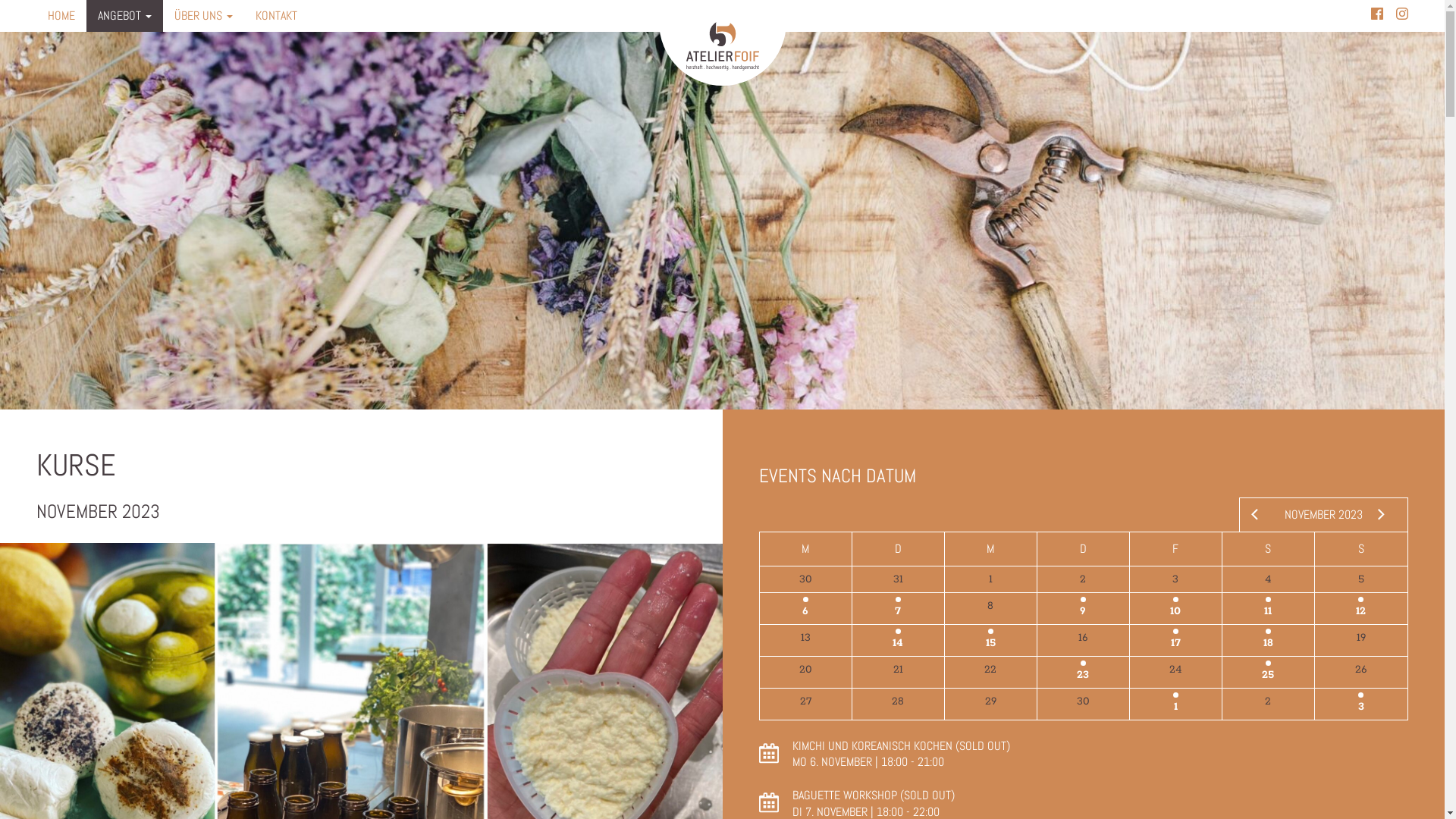 The width and height of the screenshot is (1456, 819). Describe the element at coordinates (1175, 607) in the screenshot. I see `'1 VERANSTALTUNG,` at that location.